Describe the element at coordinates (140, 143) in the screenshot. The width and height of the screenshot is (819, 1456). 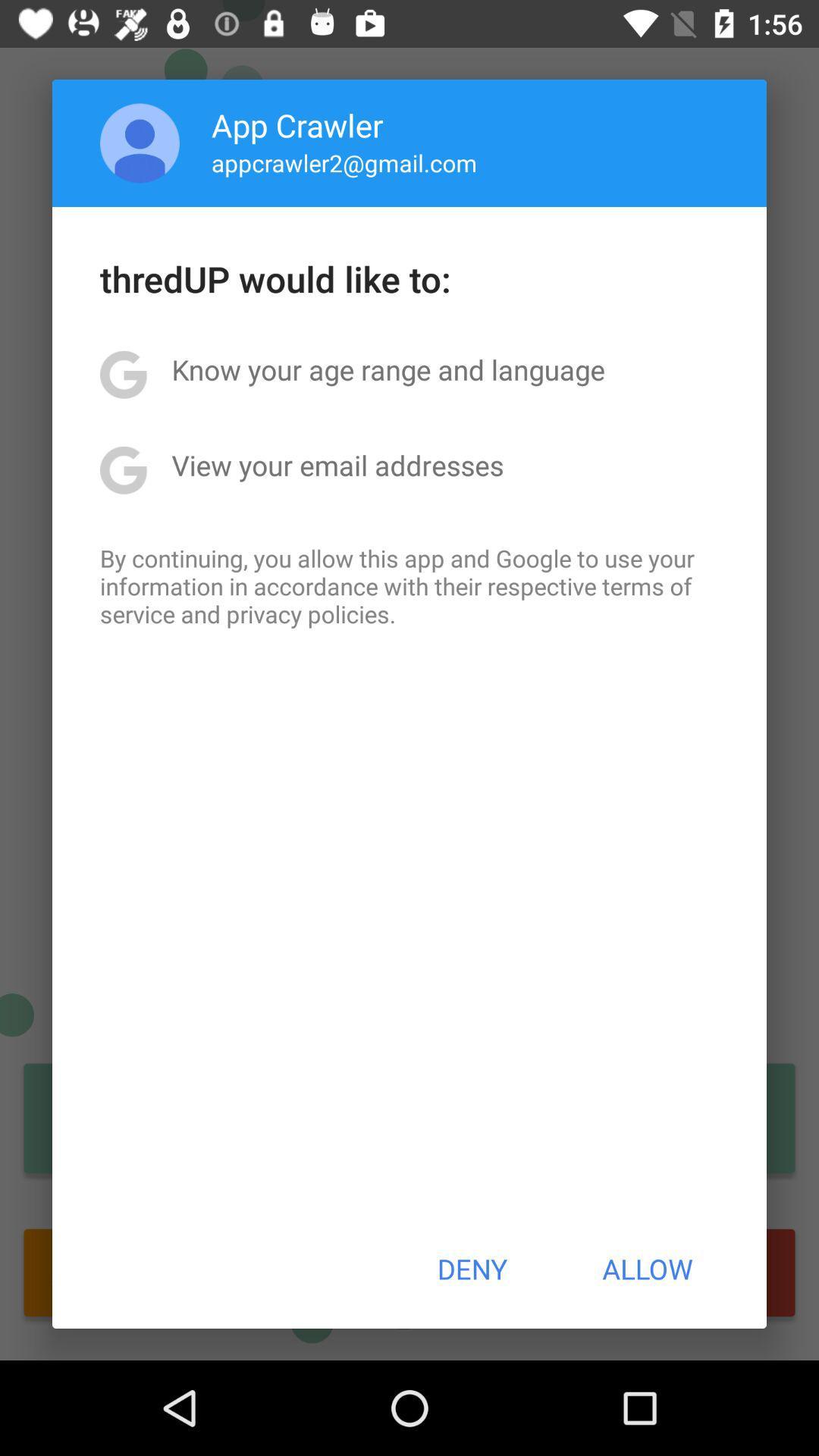
I see `the item next to the app crawler app` at that location.